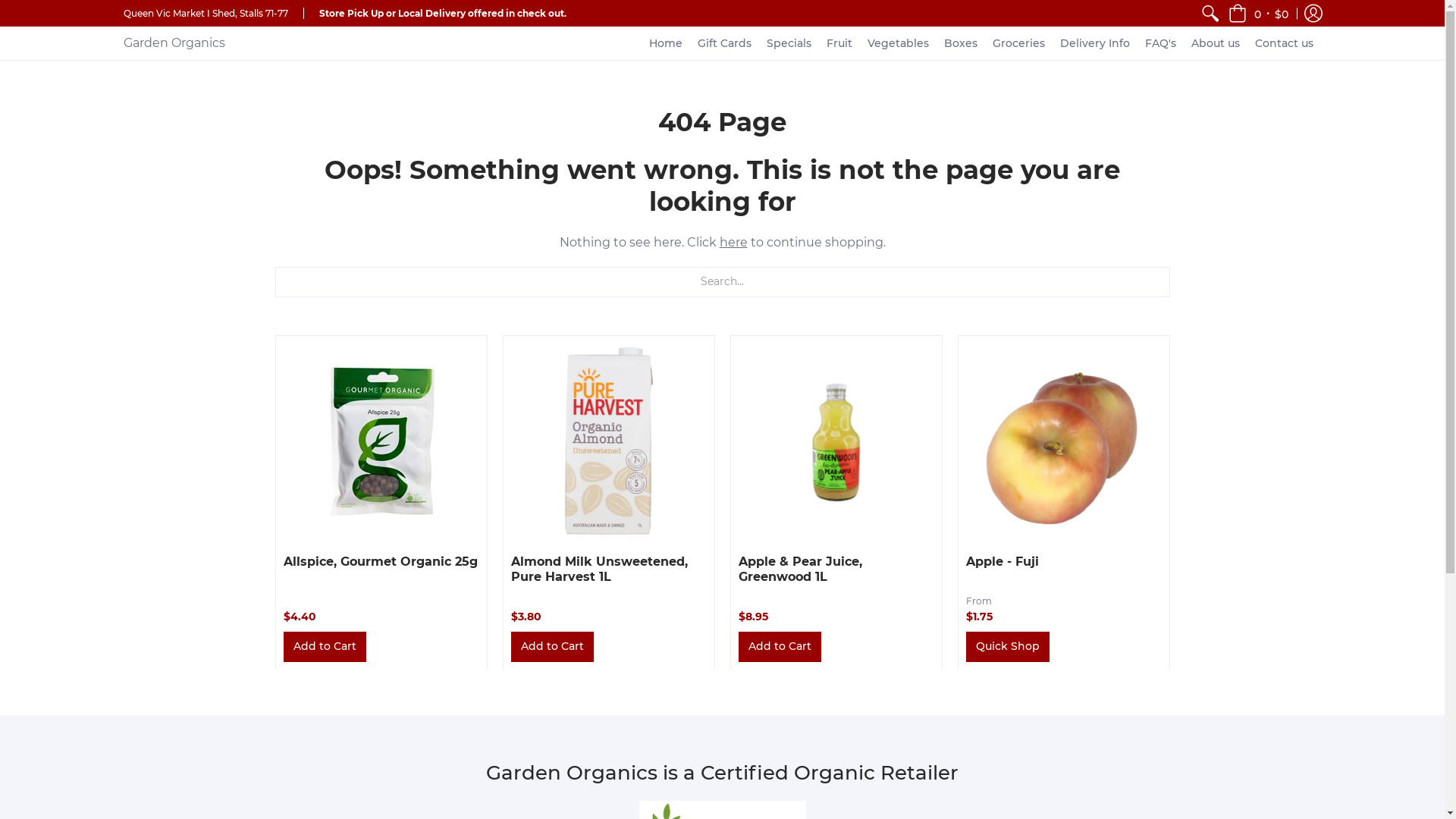 The image size is (1456, 819). Describe the element at coordinates (1283, 42) in the screenshot. I see `'Contact us'` at that location.